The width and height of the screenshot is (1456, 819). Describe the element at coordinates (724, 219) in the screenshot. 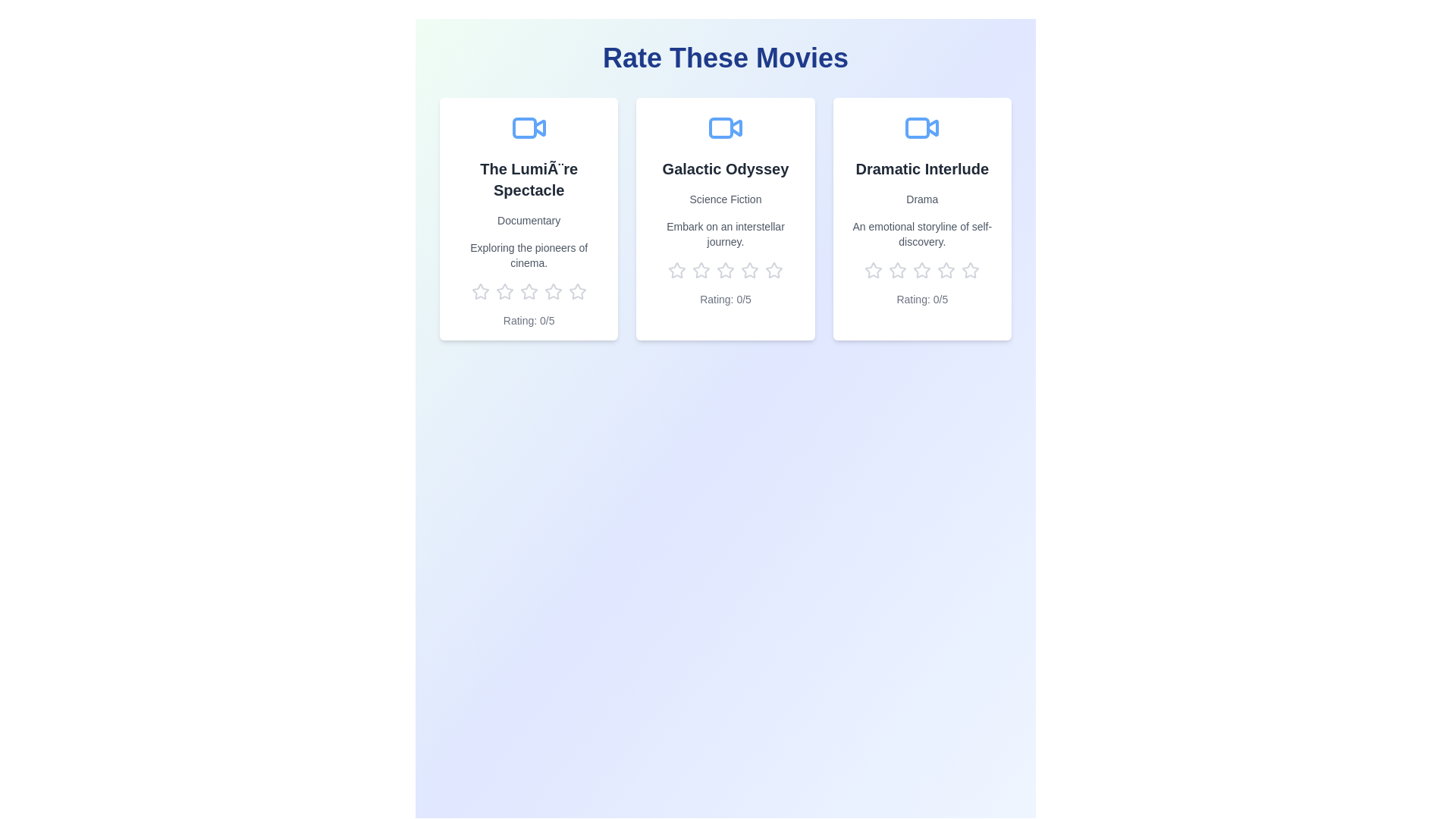

I see `the movie card for 'Galactic Odyssey'` at that location.